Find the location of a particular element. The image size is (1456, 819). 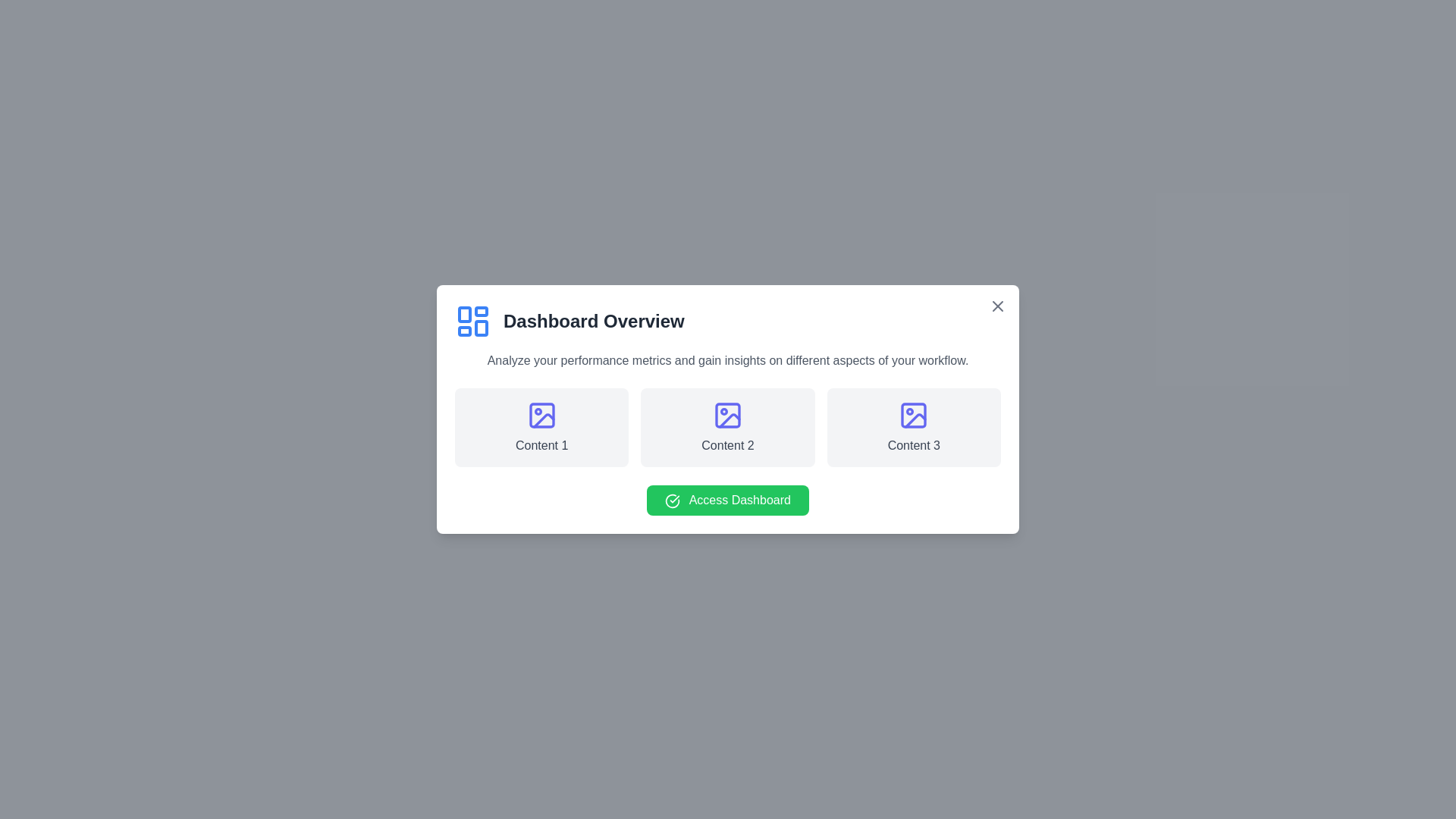

'Access Dashboard' button to proceed is located at coordinates (728, 500).